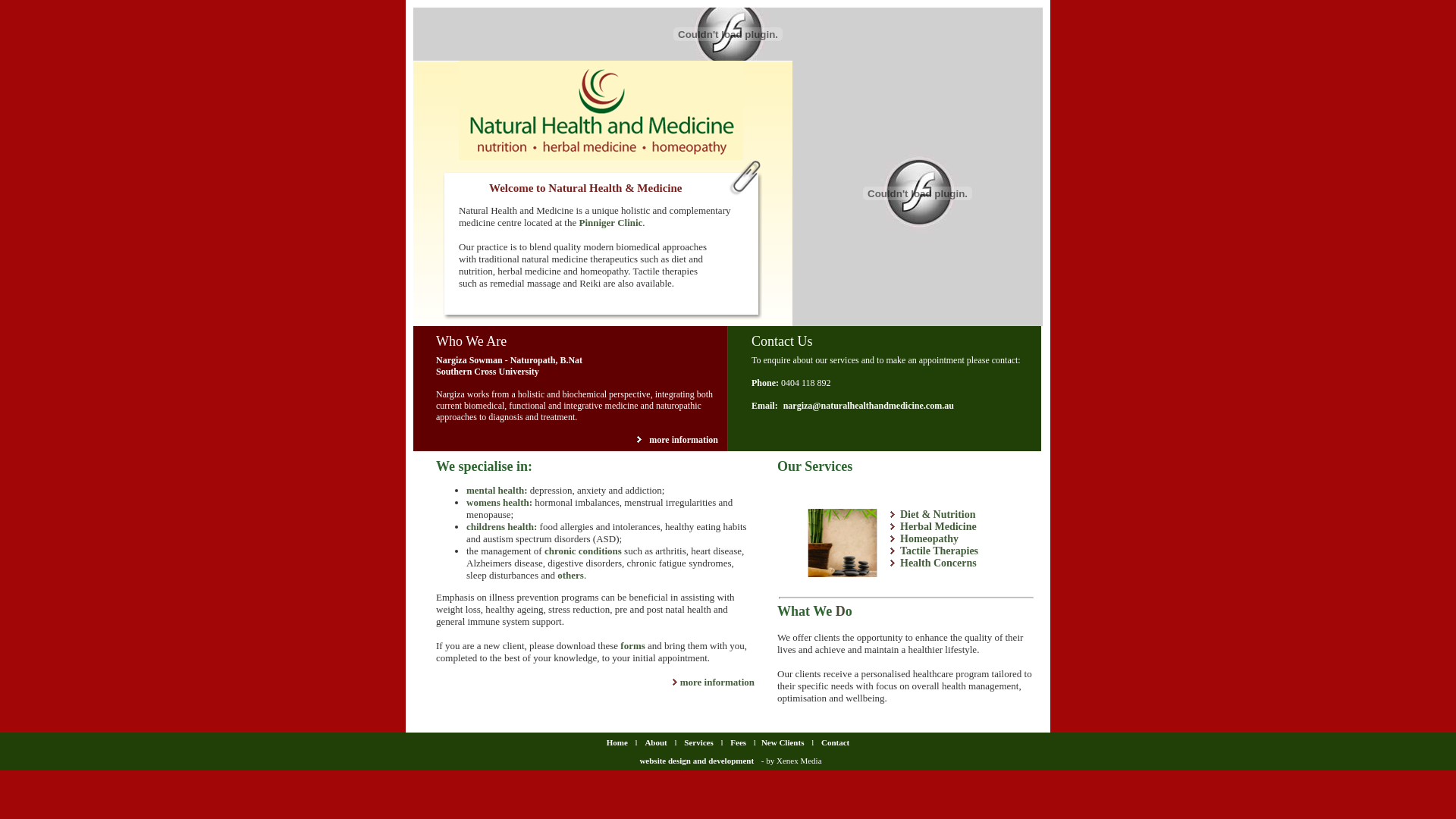 Image resolution: width=1456 pixels, height=819 pixels. What do you see at coordinates (632, 645) in the screenshot?
I see `'forms'` at bounding box center [632, 645].